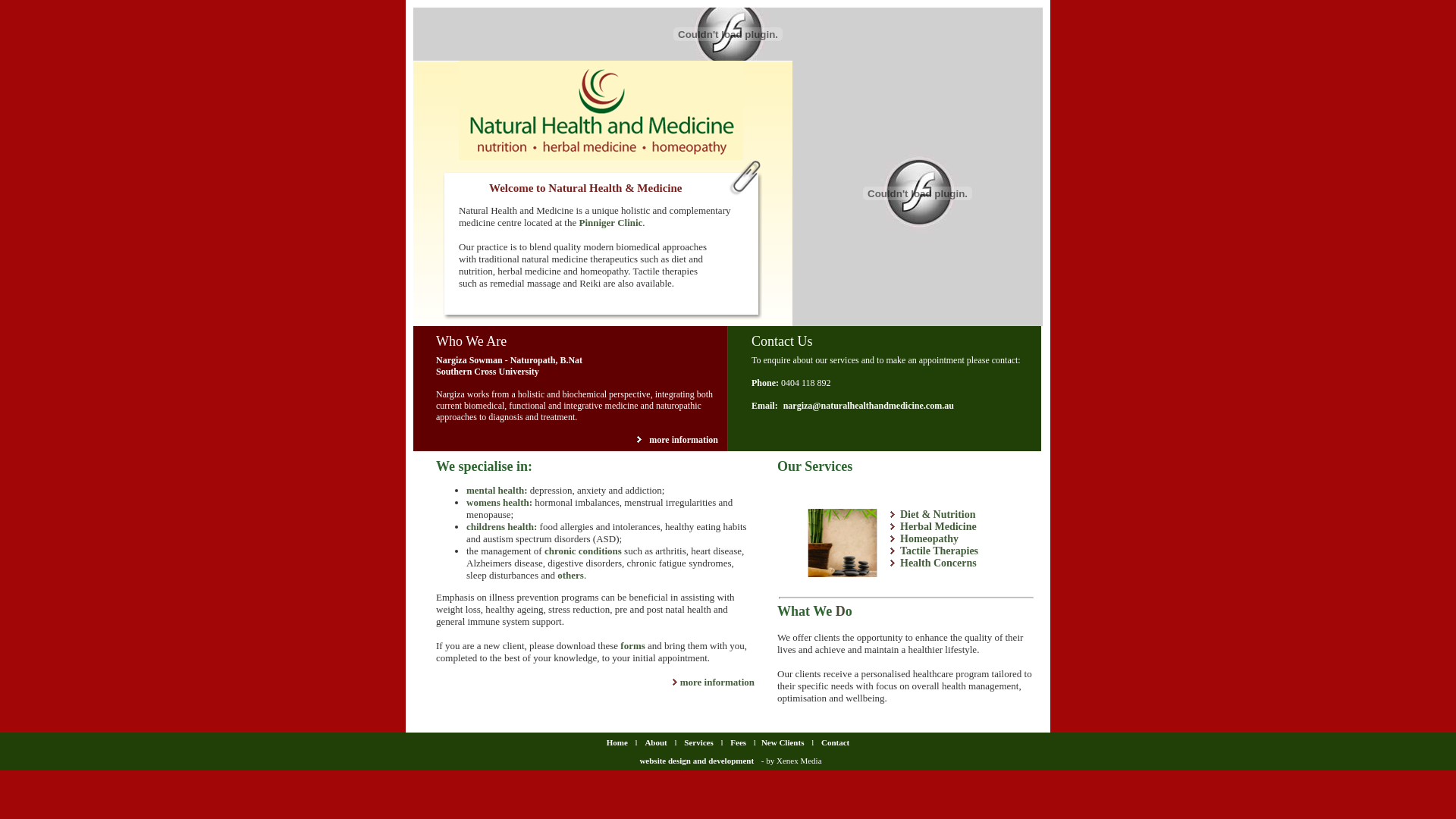 Image resolution: width=1456 pixels, height=819 pixels. What do you see at coordinates (632, 645) in the screenshot?
I see `'forms'` at bounding box center [632, 645].